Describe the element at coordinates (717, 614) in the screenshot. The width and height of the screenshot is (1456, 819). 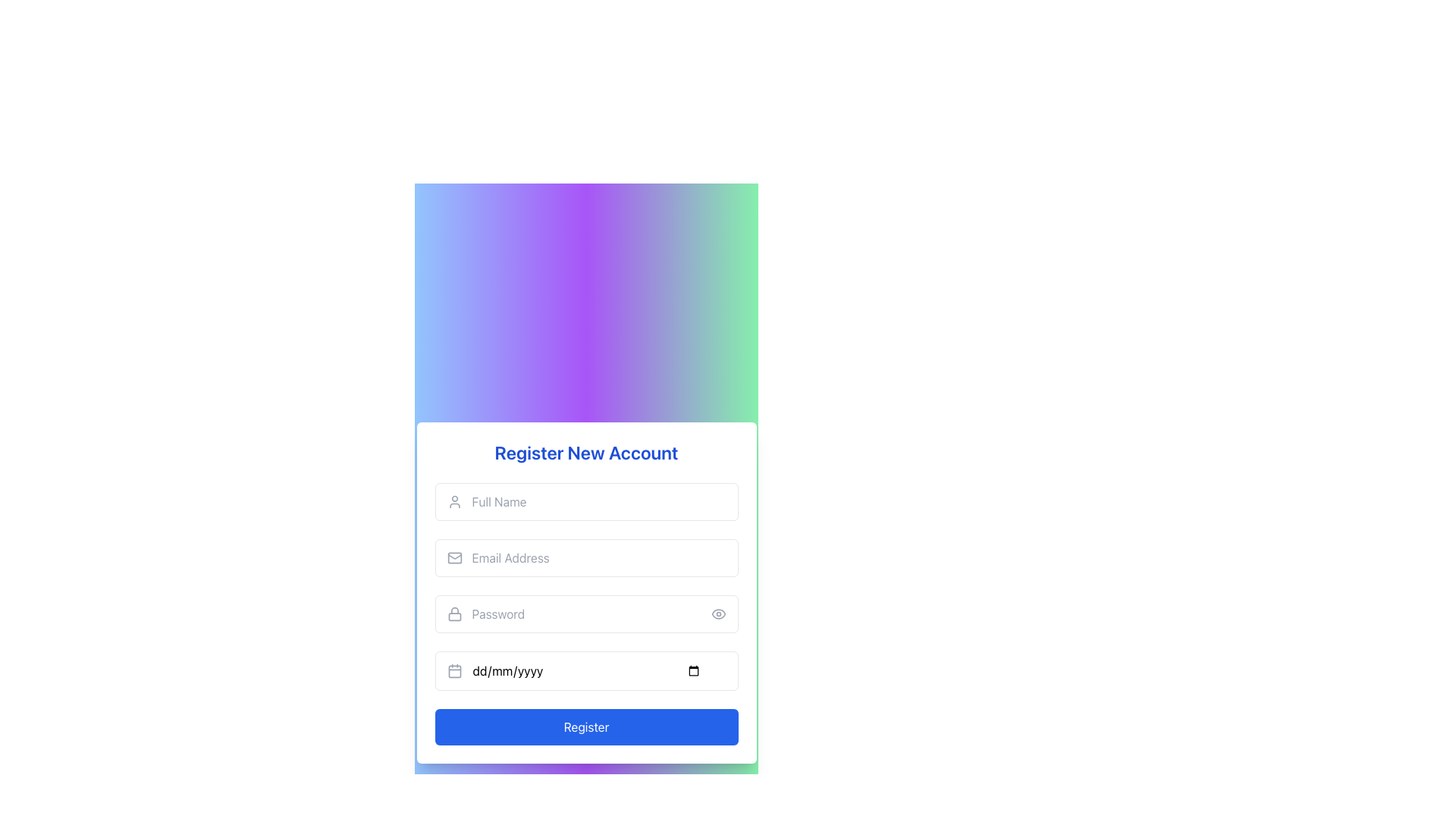
I see `the visibility toggle icon above the password field in the registration form` at that location.